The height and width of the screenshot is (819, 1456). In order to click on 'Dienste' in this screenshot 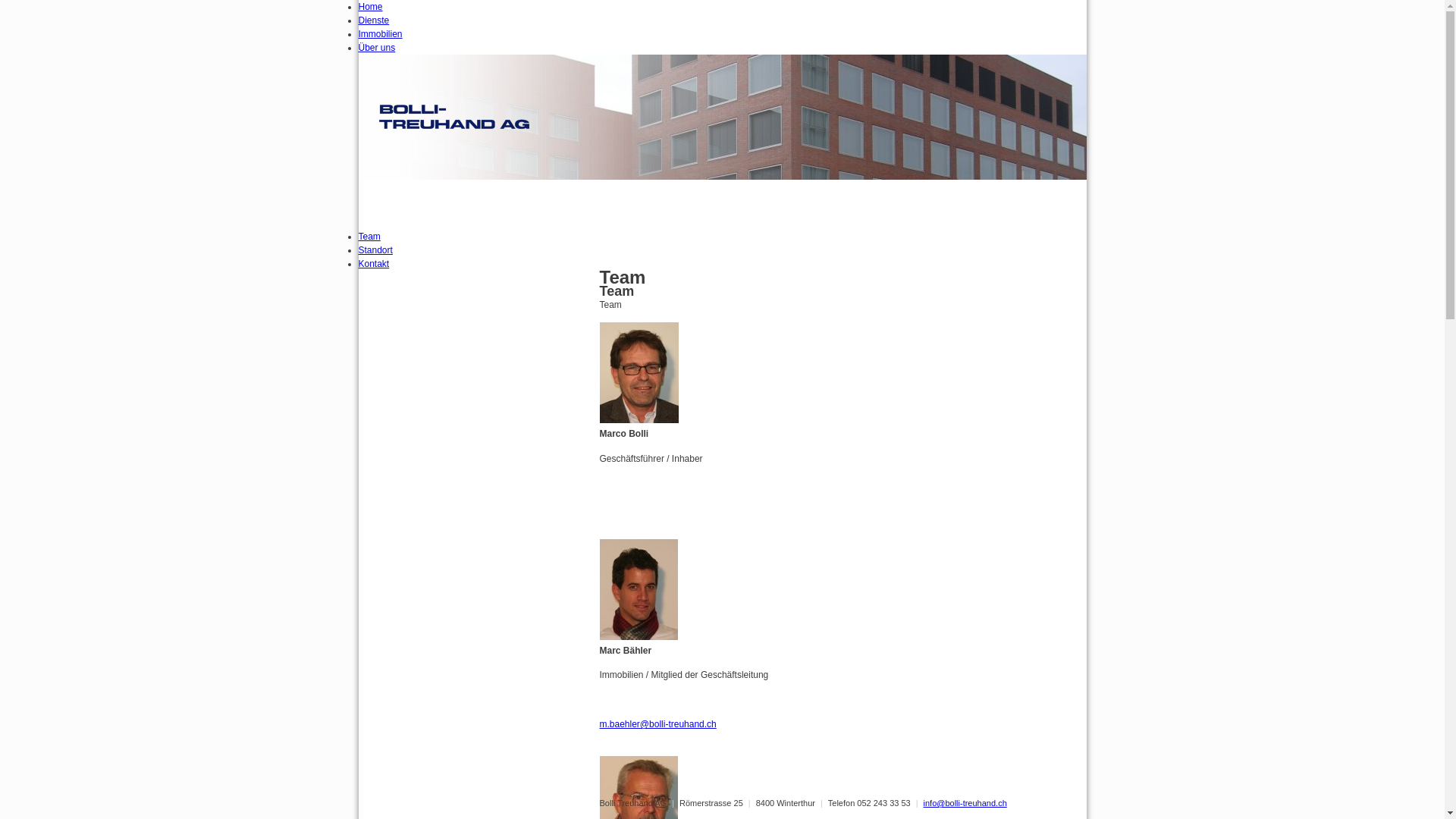, I will do `click(356, 20)`.